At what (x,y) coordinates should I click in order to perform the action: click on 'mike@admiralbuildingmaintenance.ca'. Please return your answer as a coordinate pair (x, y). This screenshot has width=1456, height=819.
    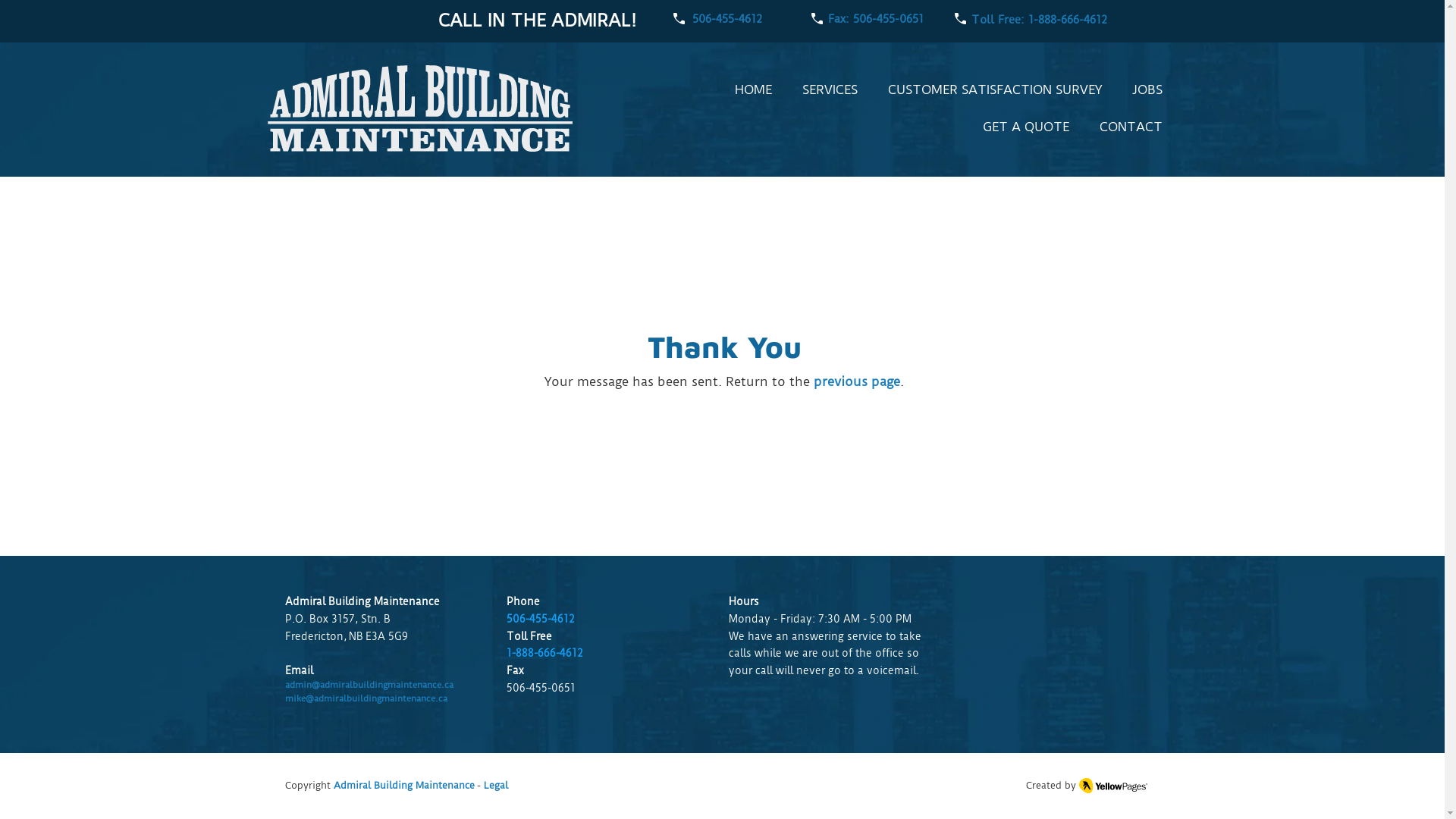
    Looking at the image, I should click on (366, 698).